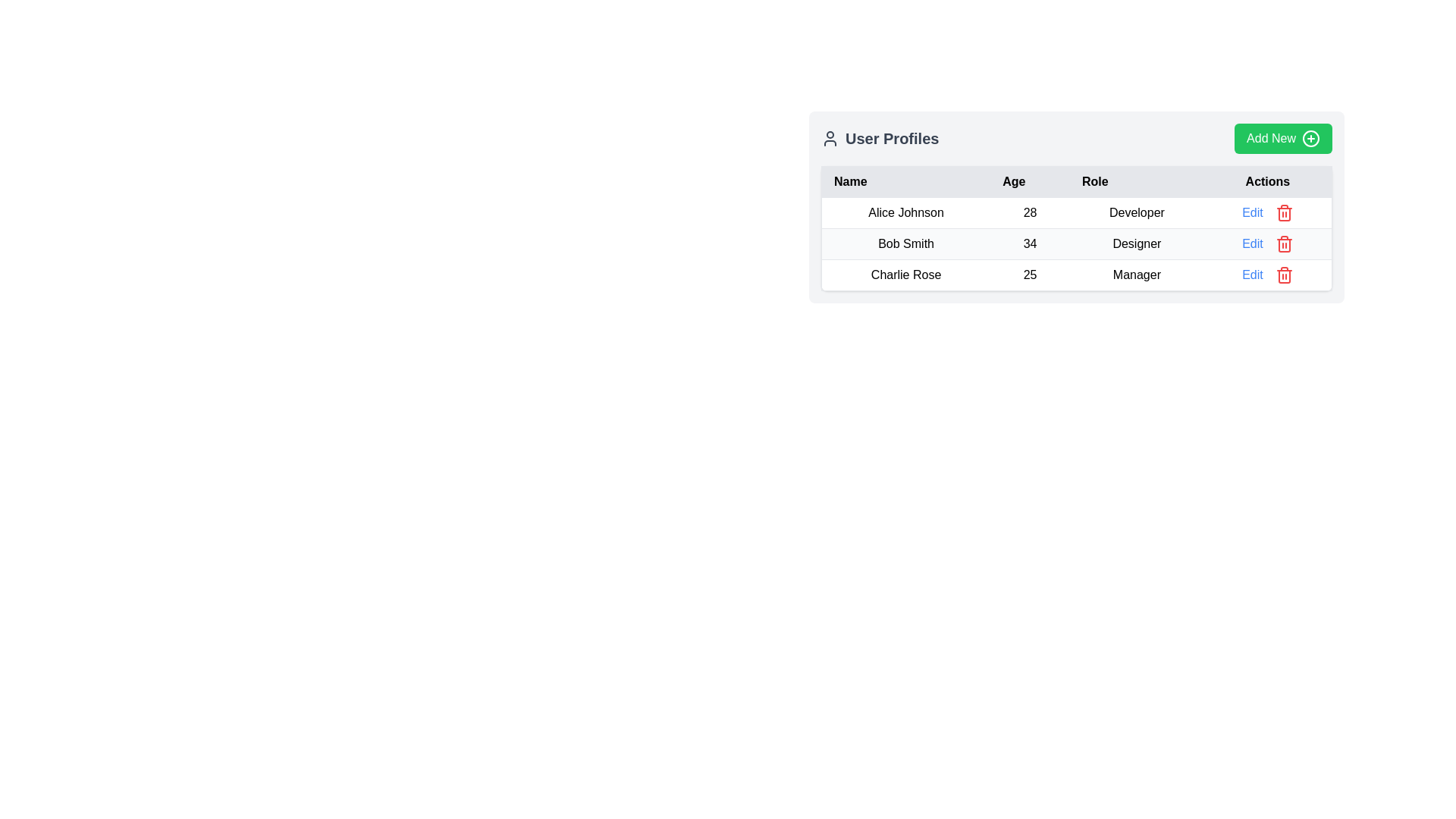  Describe the element at coordinates (1030, 213) in the screenshot. I see `the static text element displaying '28' in the 'Age' column for the user 'Alice Johnson', which is styled as plain text and centered within its table cell` at that location.